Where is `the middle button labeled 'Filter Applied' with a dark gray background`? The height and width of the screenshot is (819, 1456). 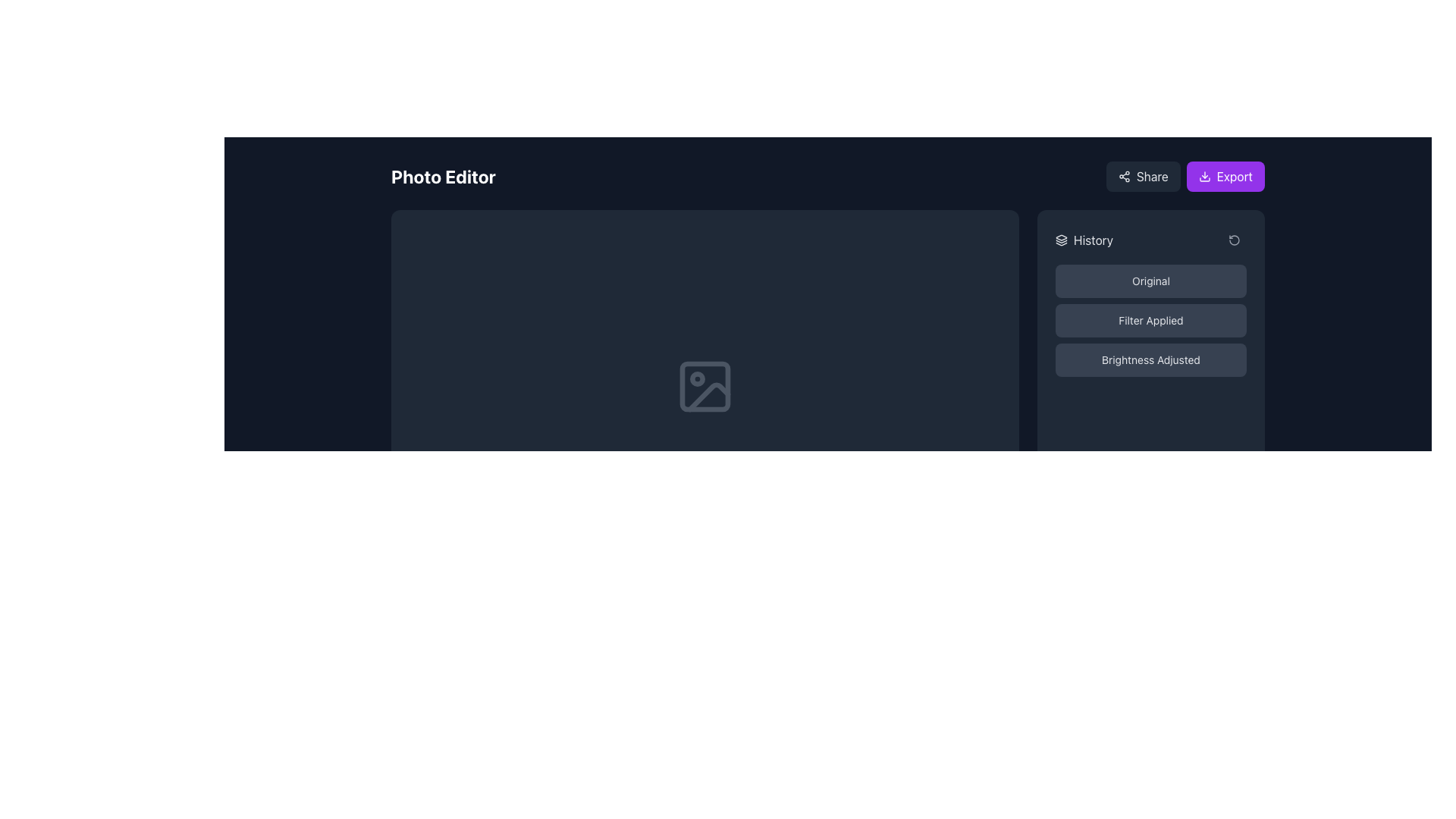
the middle button labeled 'Filter Applied' with a dark gray background is located at coordinates (1150, 320).